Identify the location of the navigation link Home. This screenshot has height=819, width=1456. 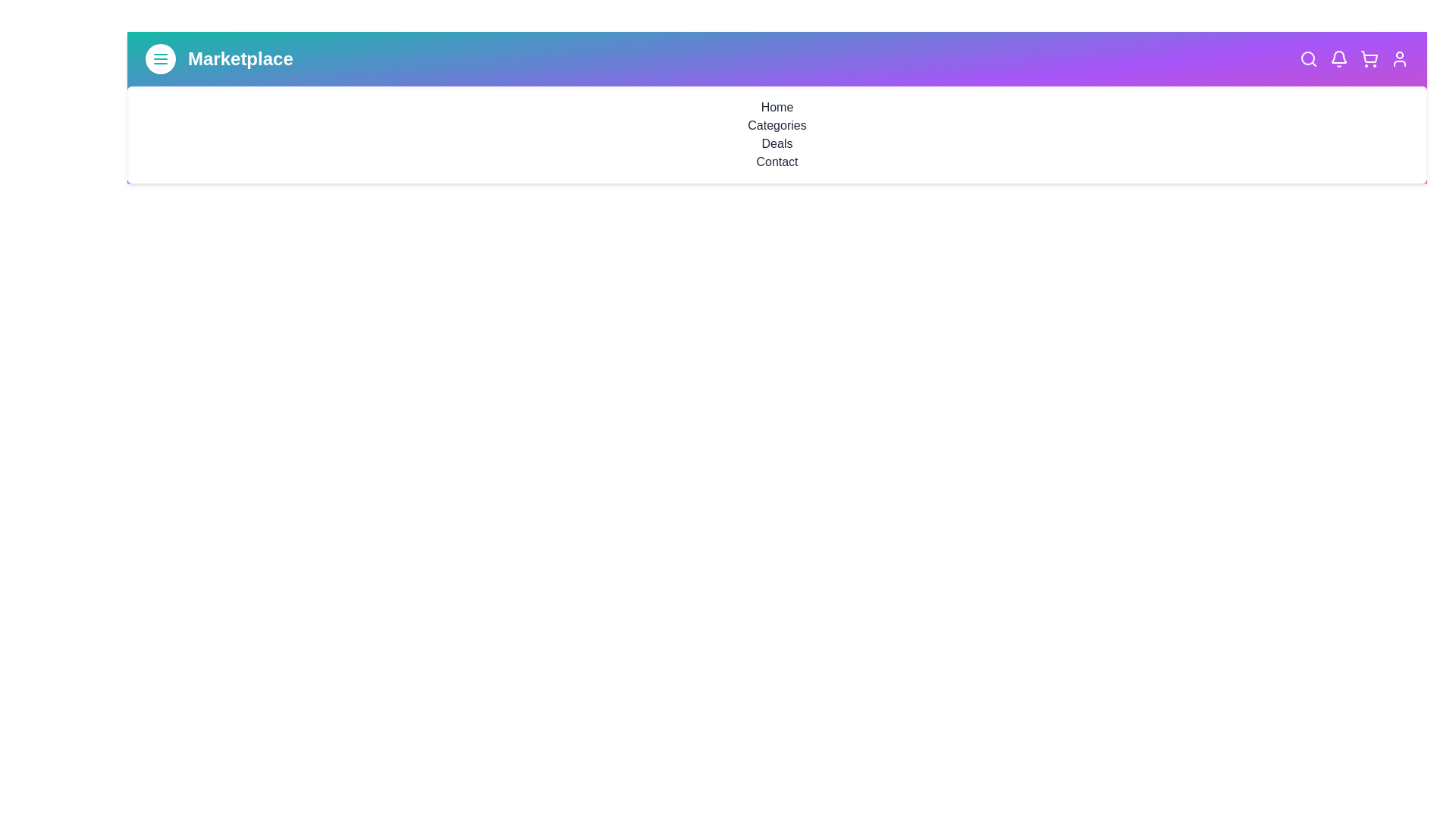
(777, 107).